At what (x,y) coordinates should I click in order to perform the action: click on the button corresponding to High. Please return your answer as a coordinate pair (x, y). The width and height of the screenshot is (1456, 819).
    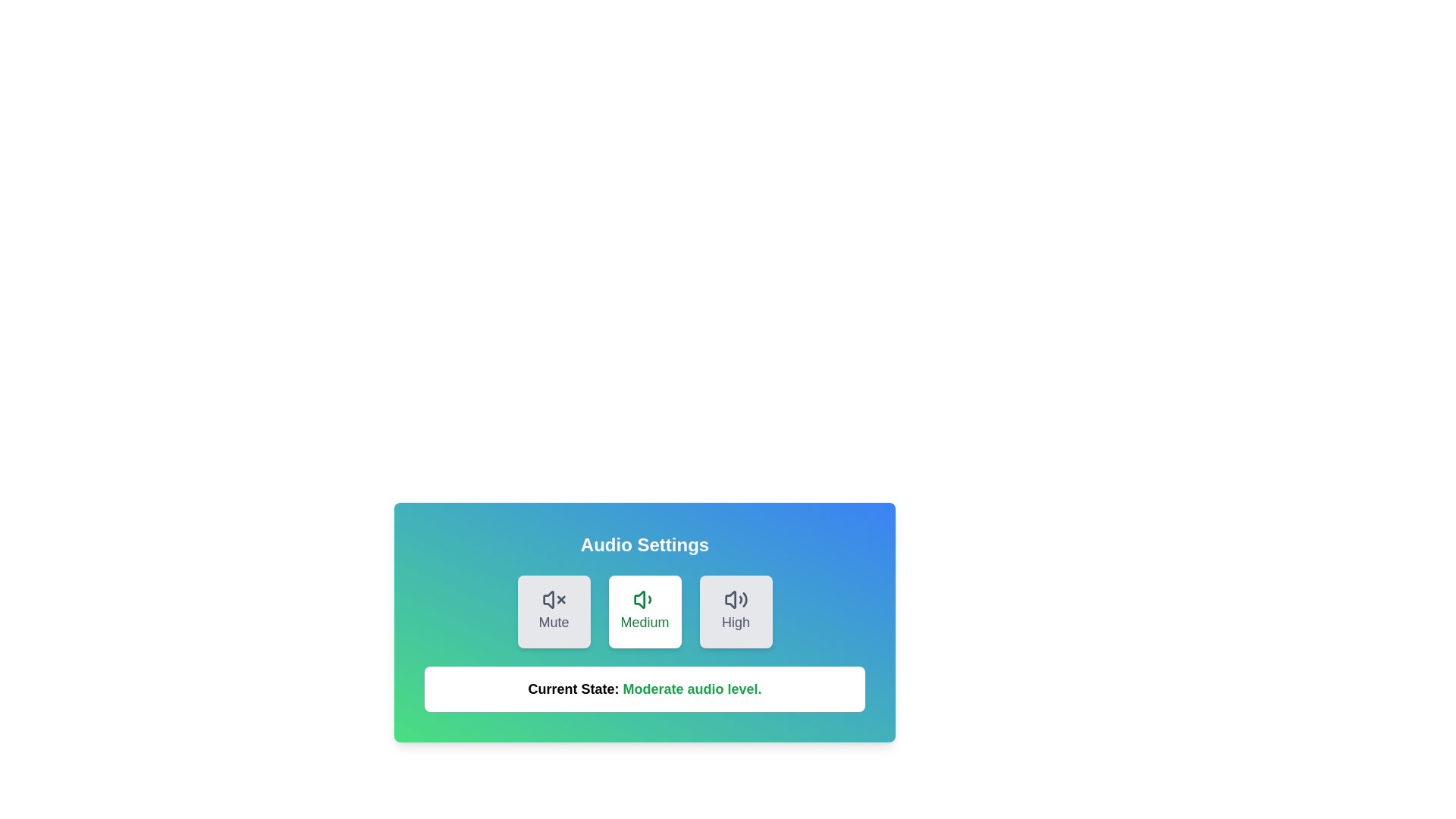
    Looking at the image, I should click on (736, 610).